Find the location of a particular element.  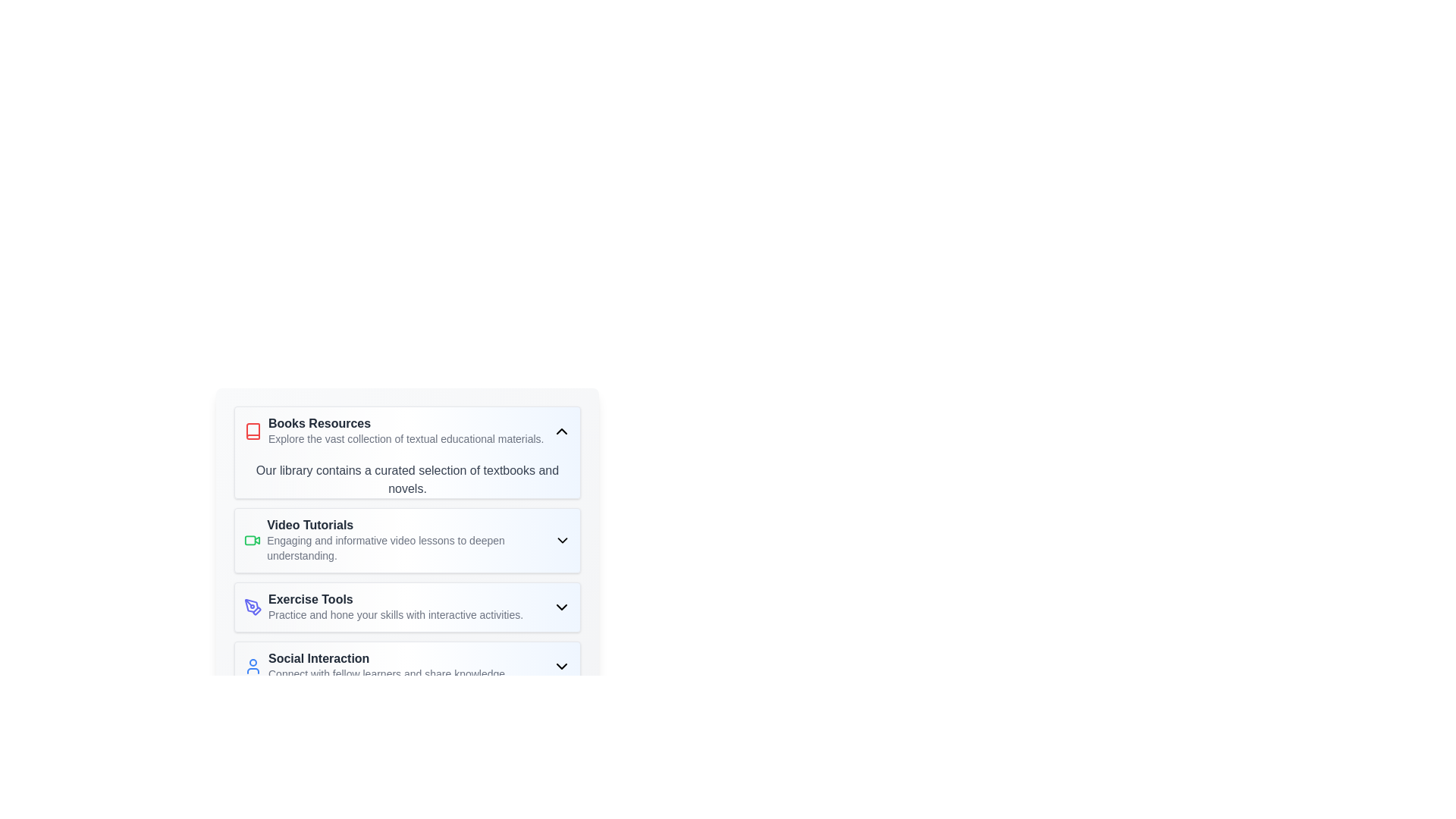

the 'Video Tutorials' Expandable Section Header by tabbing to it is located at coordinates (407, 522).